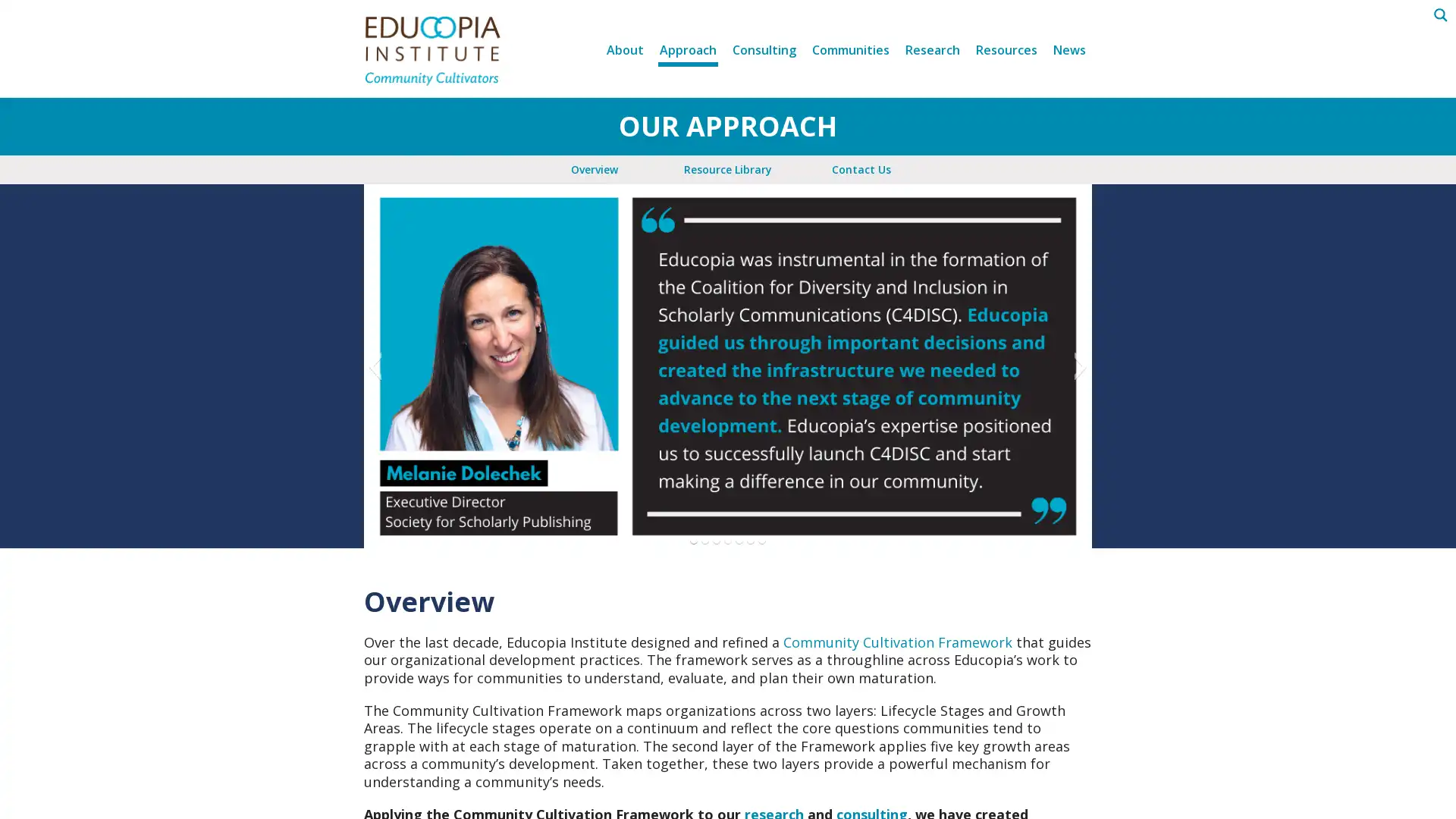  Describe the element at coordinates (750, 539) in the screenshot. I see `Go to slide 6` at that location.